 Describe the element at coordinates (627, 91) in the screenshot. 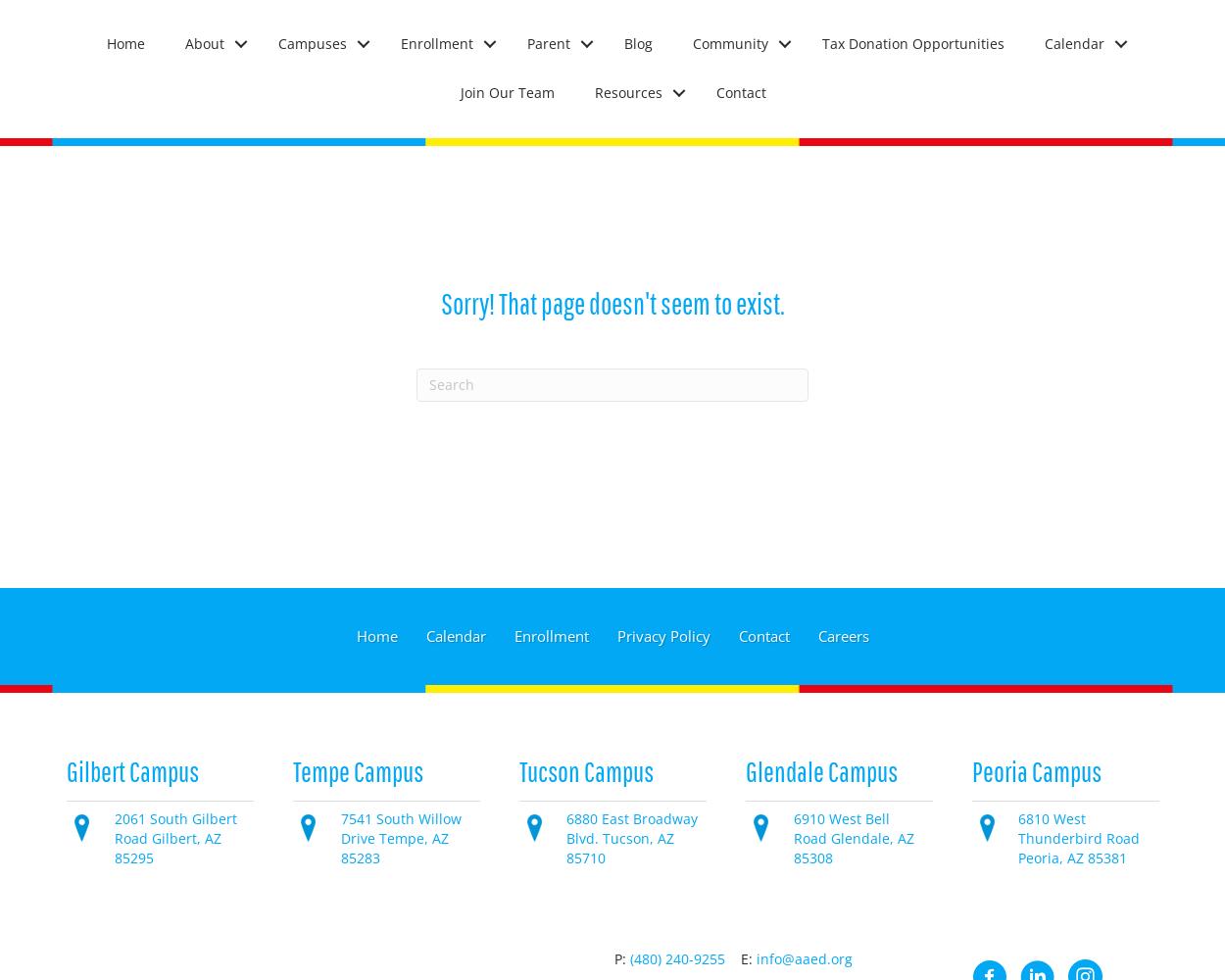

I see `'Resources'` at that location.